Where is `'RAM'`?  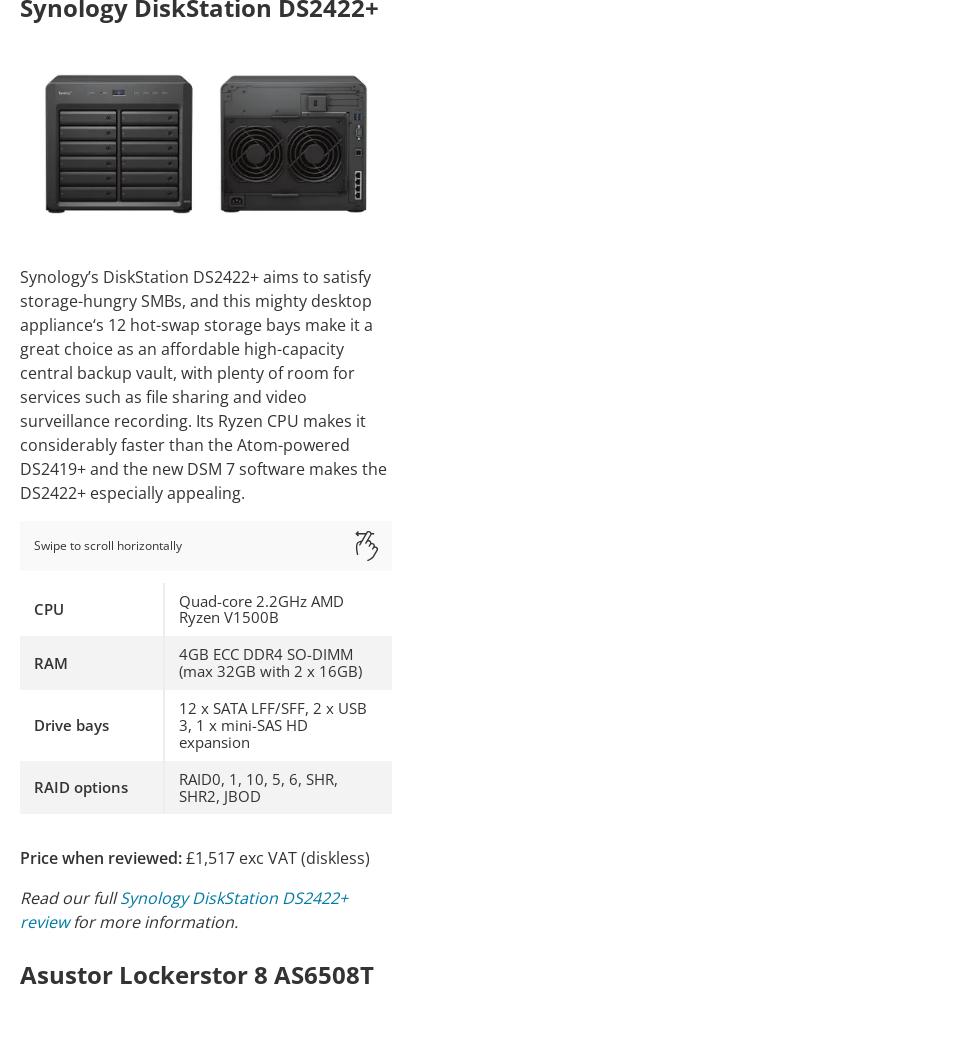
'RAM' is located at coordinates (50, 661).